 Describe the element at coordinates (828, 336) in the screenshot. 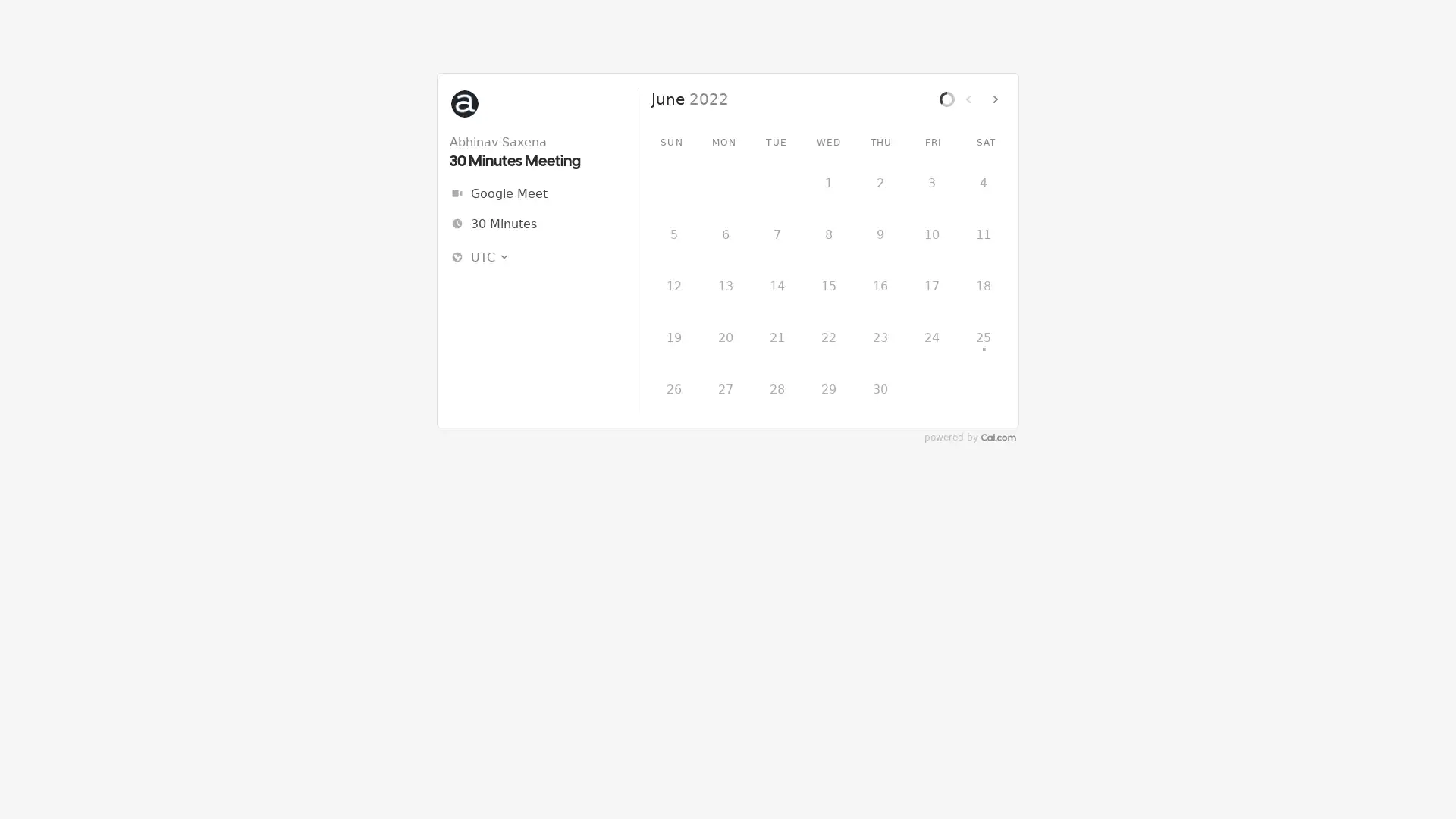

I see `22` at that location.